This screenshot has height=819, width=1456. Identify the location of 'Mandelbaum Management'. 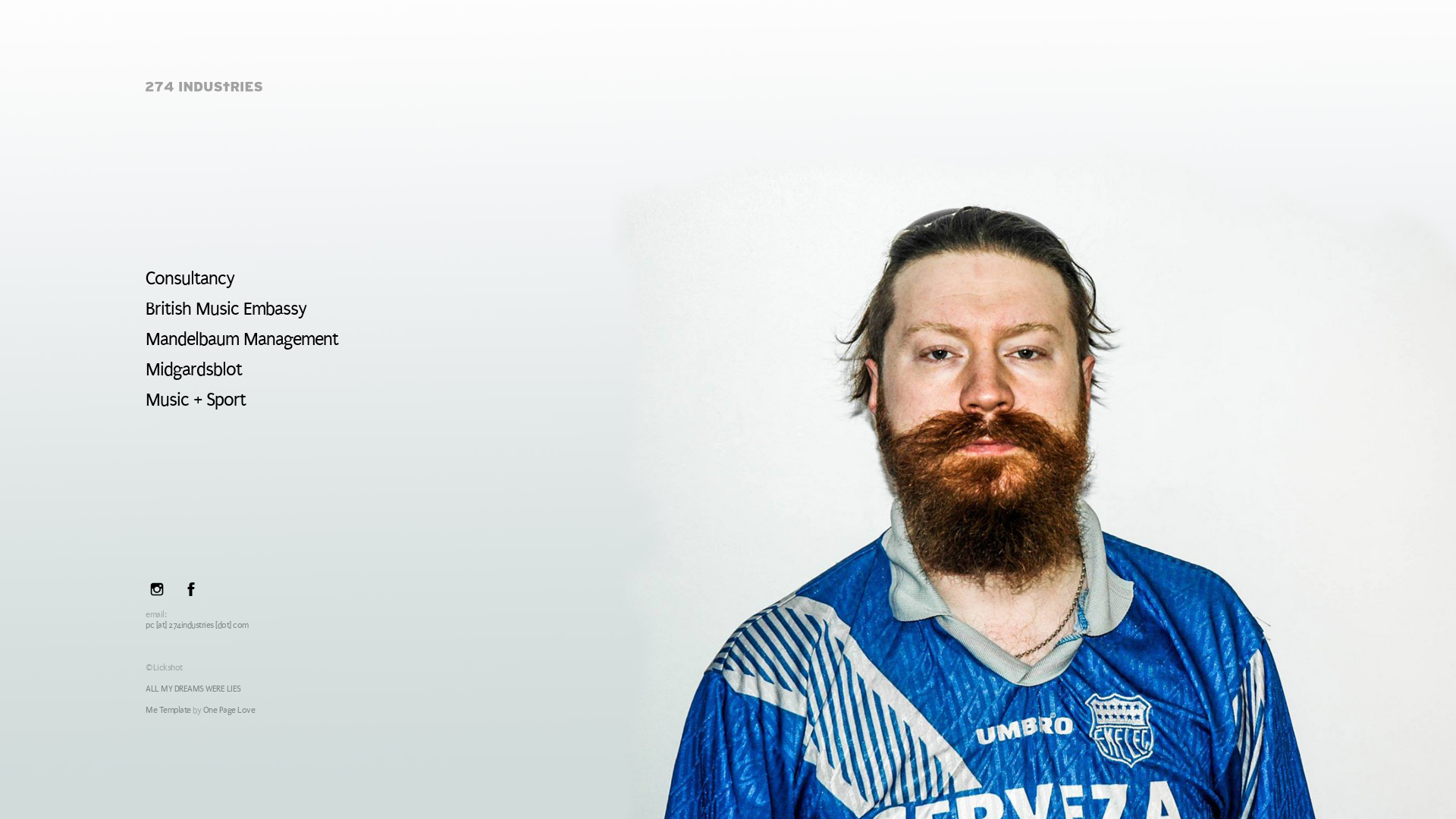
(240, 338).